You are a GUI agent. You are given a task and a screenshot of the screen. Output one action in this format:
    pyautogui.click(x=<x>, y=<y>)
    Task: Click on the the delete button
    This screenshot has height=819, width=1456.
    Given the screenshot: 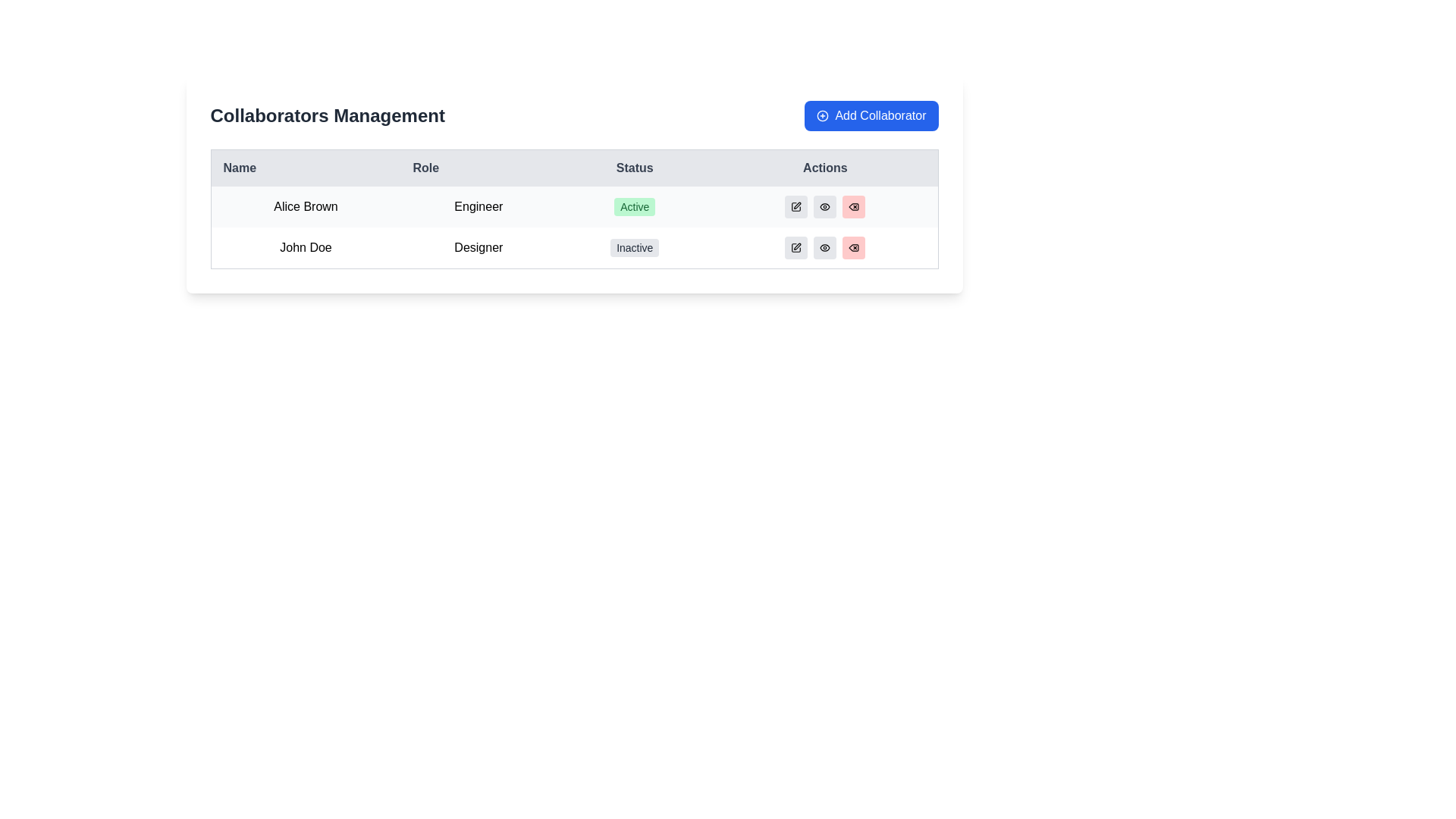 What is the action you would take?
    pyautogui.click(x=854, y=247)
    